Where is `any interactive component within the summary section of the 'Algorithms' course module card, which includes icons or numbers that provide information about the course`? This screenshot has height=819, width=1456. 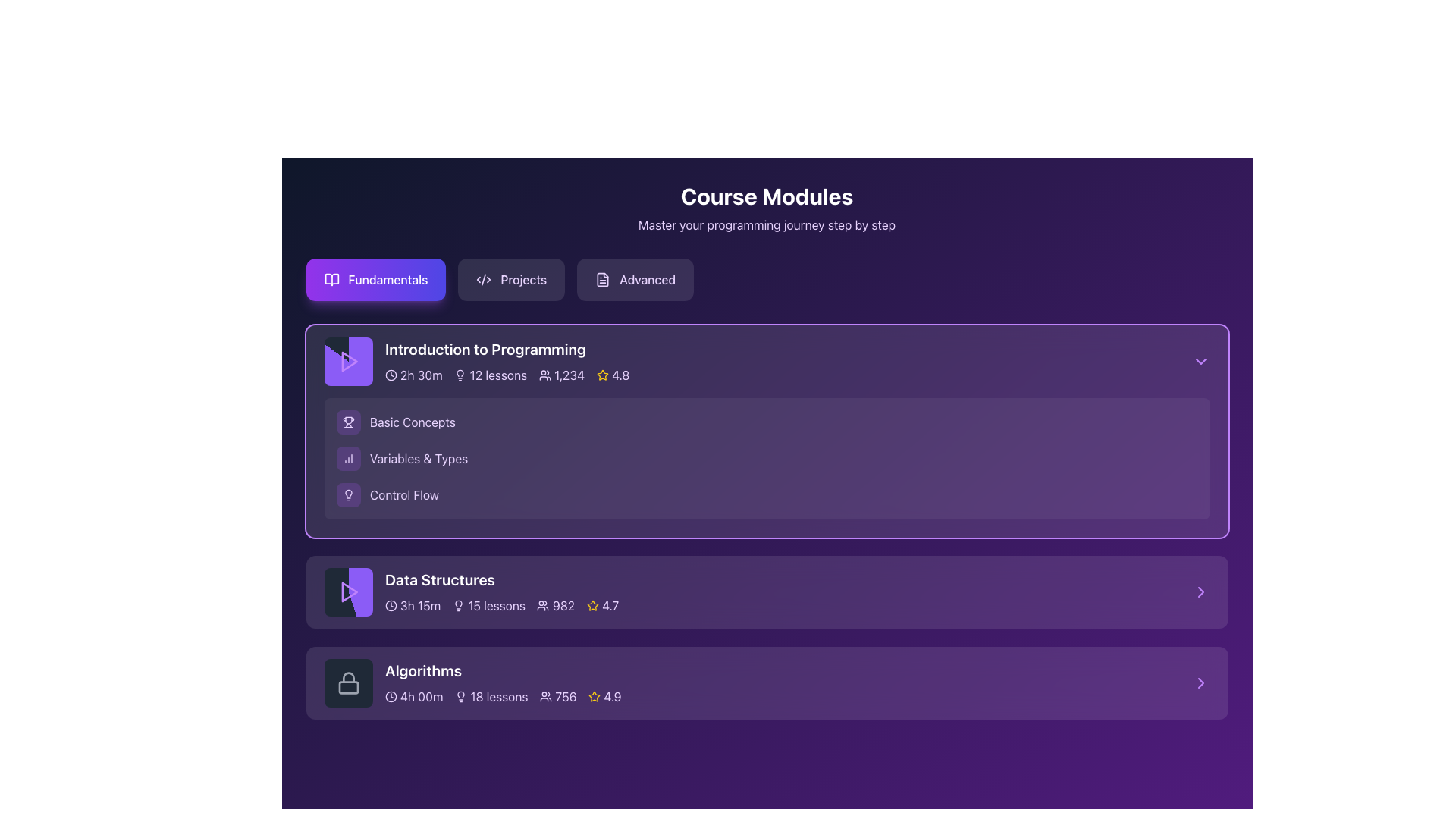 any interactive component within the summary section of the 'Algorithms' course module card, which includes icons or numbers that provide information about the course is located at coordinates (503, 696).